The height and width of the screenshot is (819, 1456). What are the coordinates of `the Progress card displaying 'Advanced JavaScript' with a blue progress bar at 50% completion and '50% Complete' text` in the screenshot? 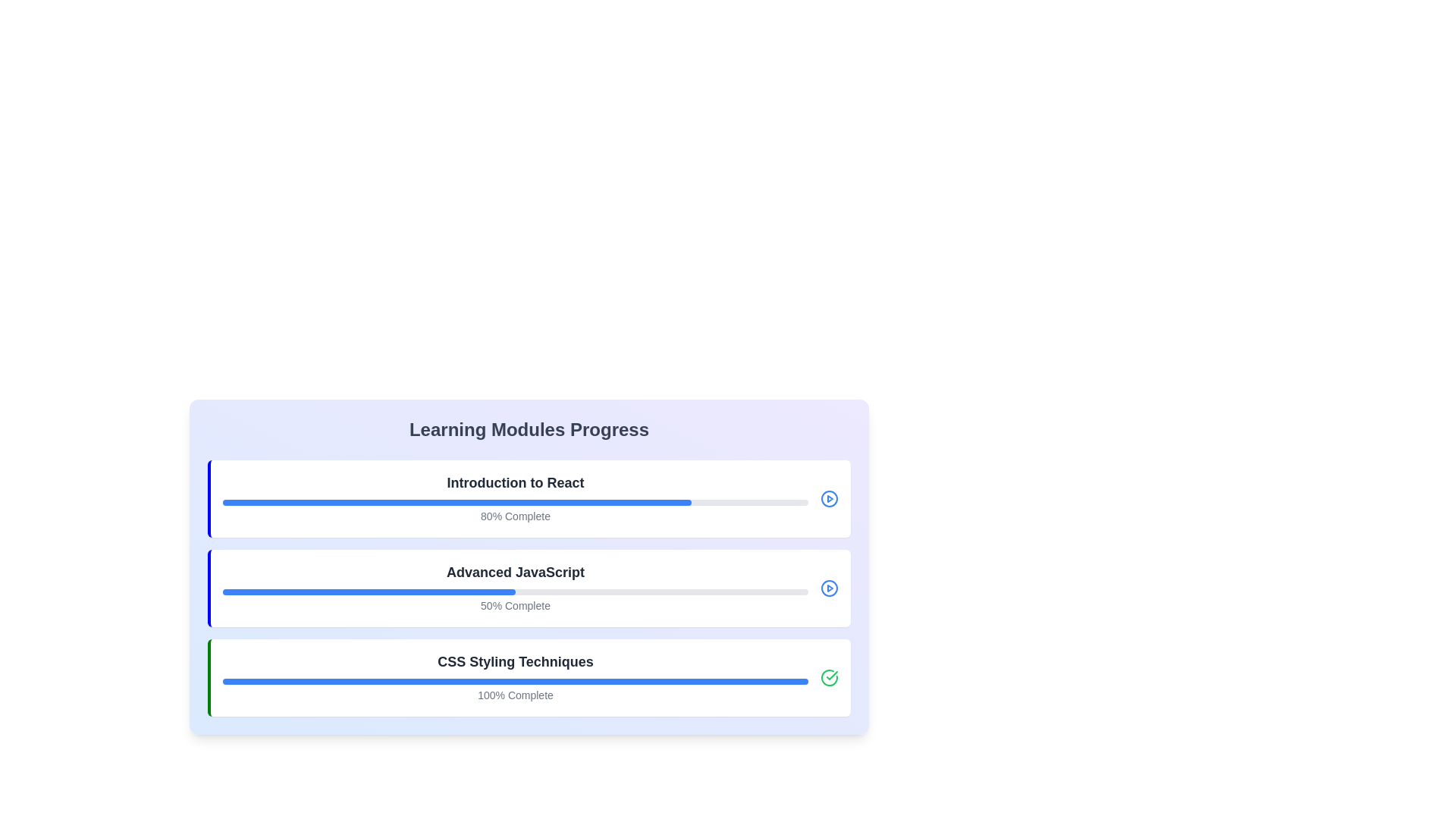 It's located at (529, 587).